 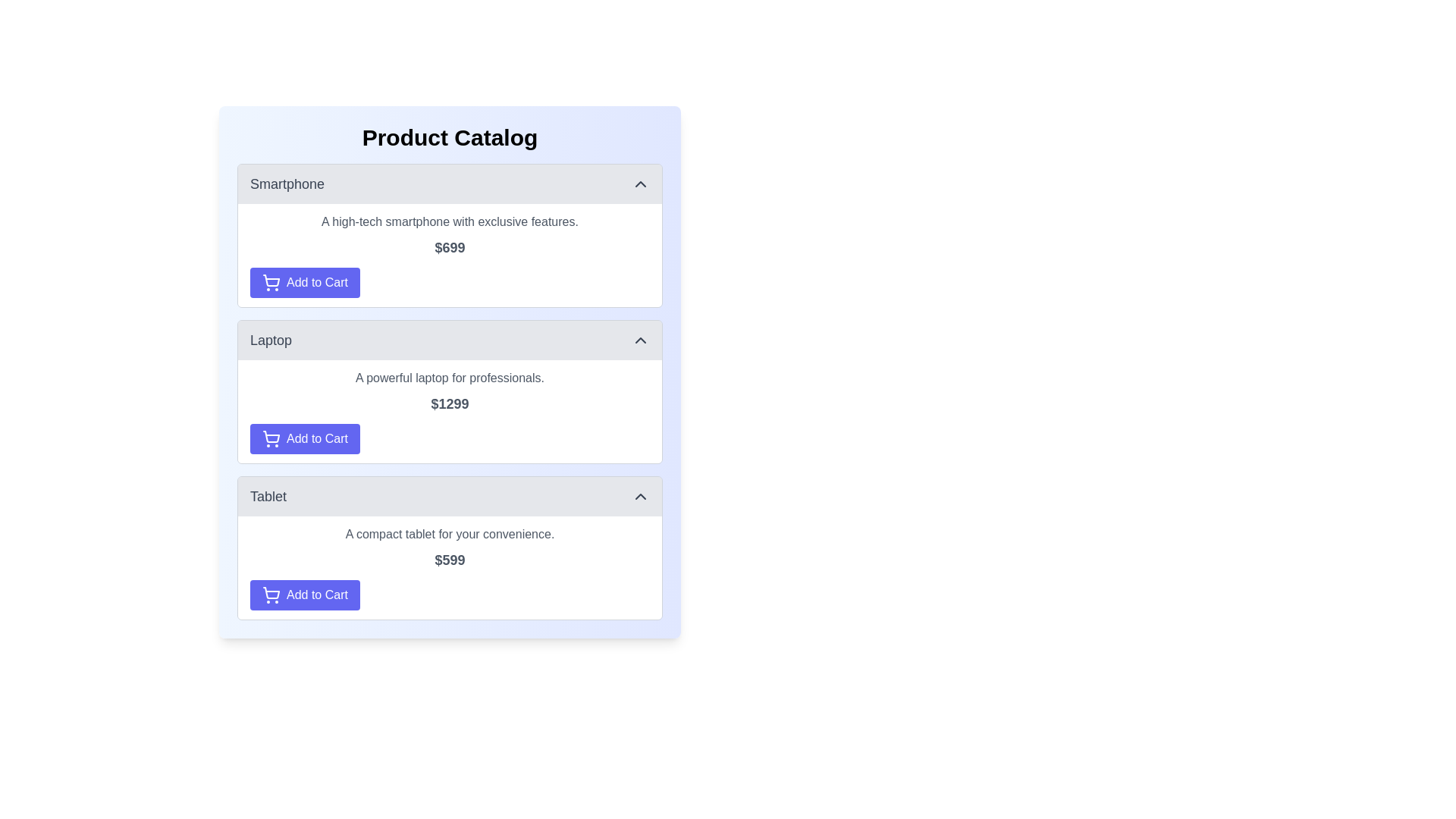 What do you see at coordinates (640, 339) in the screenshot?
I see `the upward-pointing chevron icon within the 'Laptop' section` at bounding box center [640, 339].